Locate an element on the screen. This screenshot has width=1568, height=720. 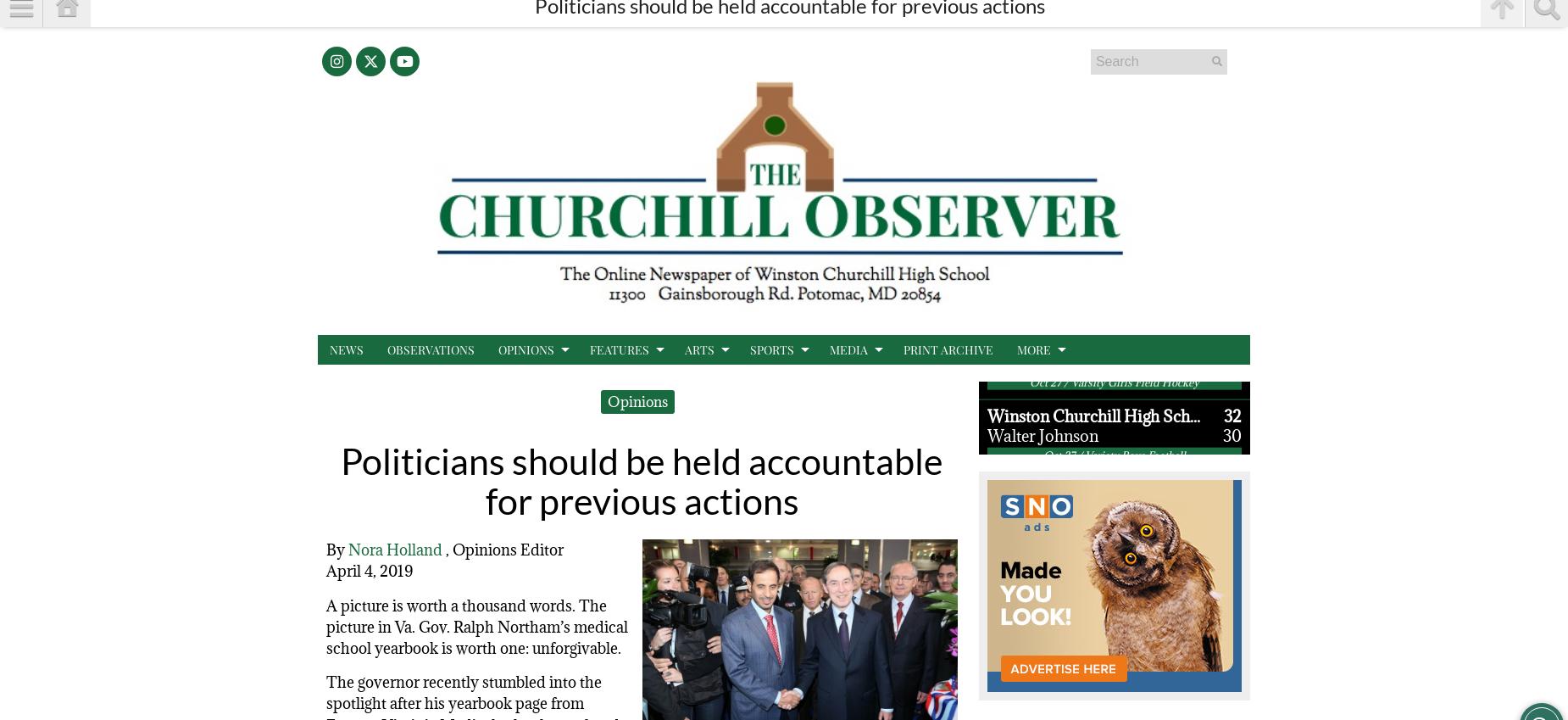
'April 4, 2019' is located at coordinates (325, 570).